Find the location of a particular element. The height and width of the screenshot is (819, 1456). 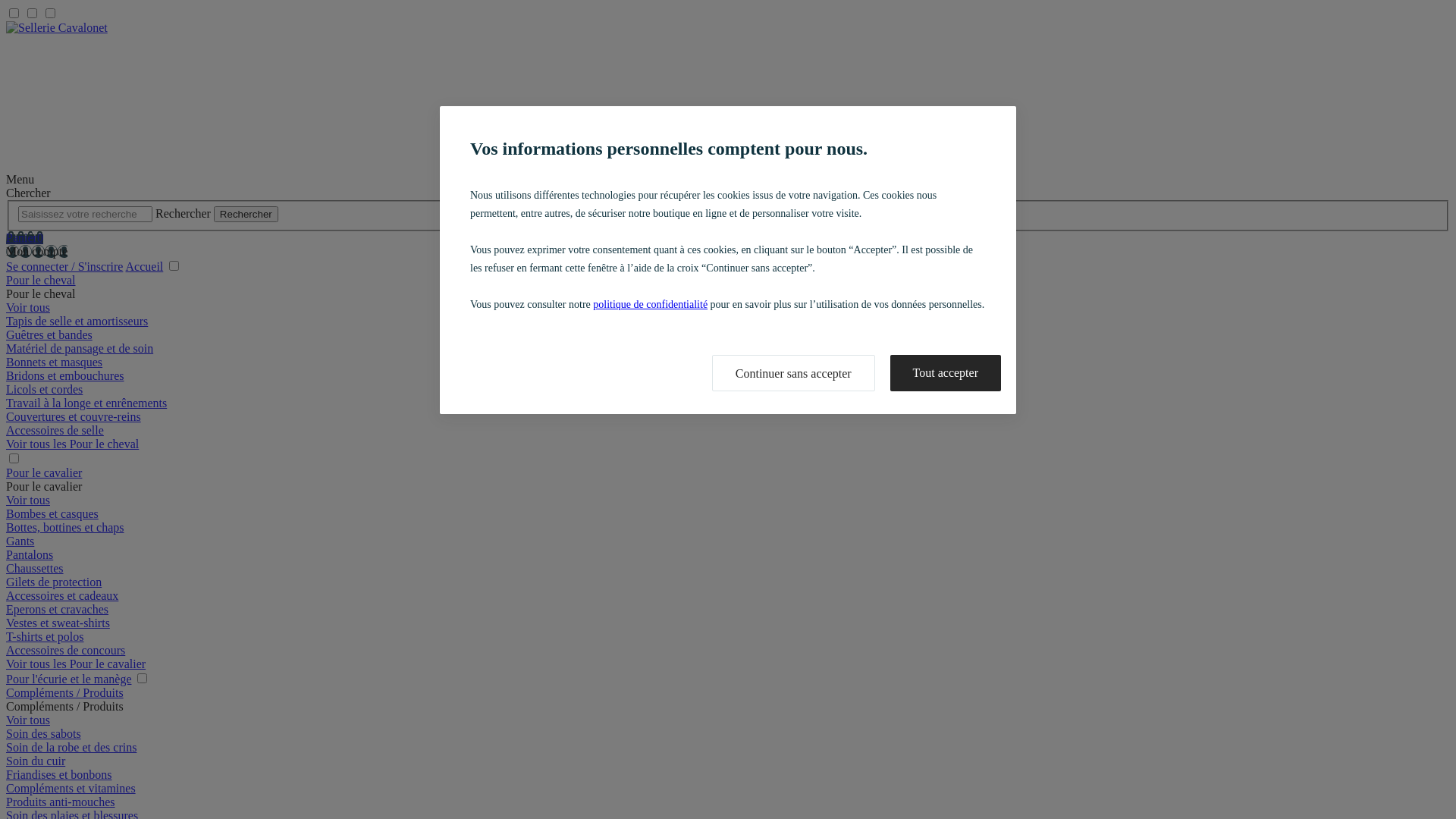

'Bombes et casques' is located at coordinates (52, 513).